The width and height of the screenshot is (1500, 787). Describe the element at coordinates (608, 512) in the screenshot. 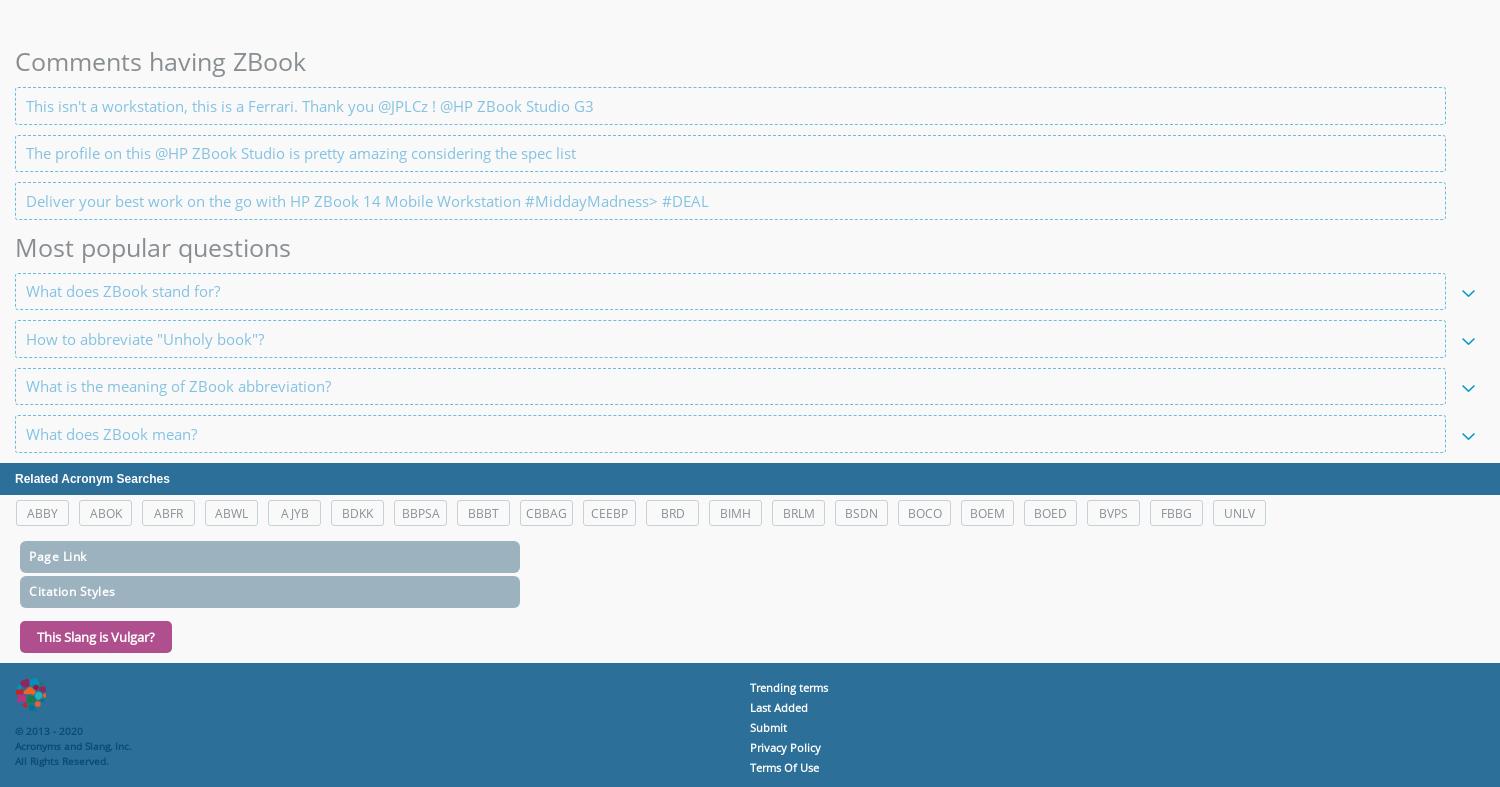

I see `'CEEBP'` at that location.